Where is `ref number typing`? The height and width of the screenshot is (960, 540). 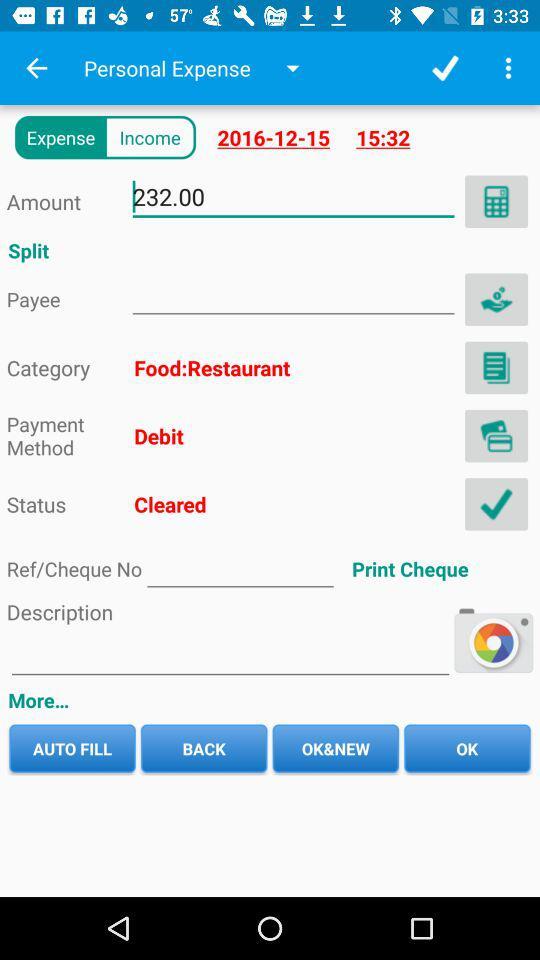
ref number typing is located at coordinates (240, 568).